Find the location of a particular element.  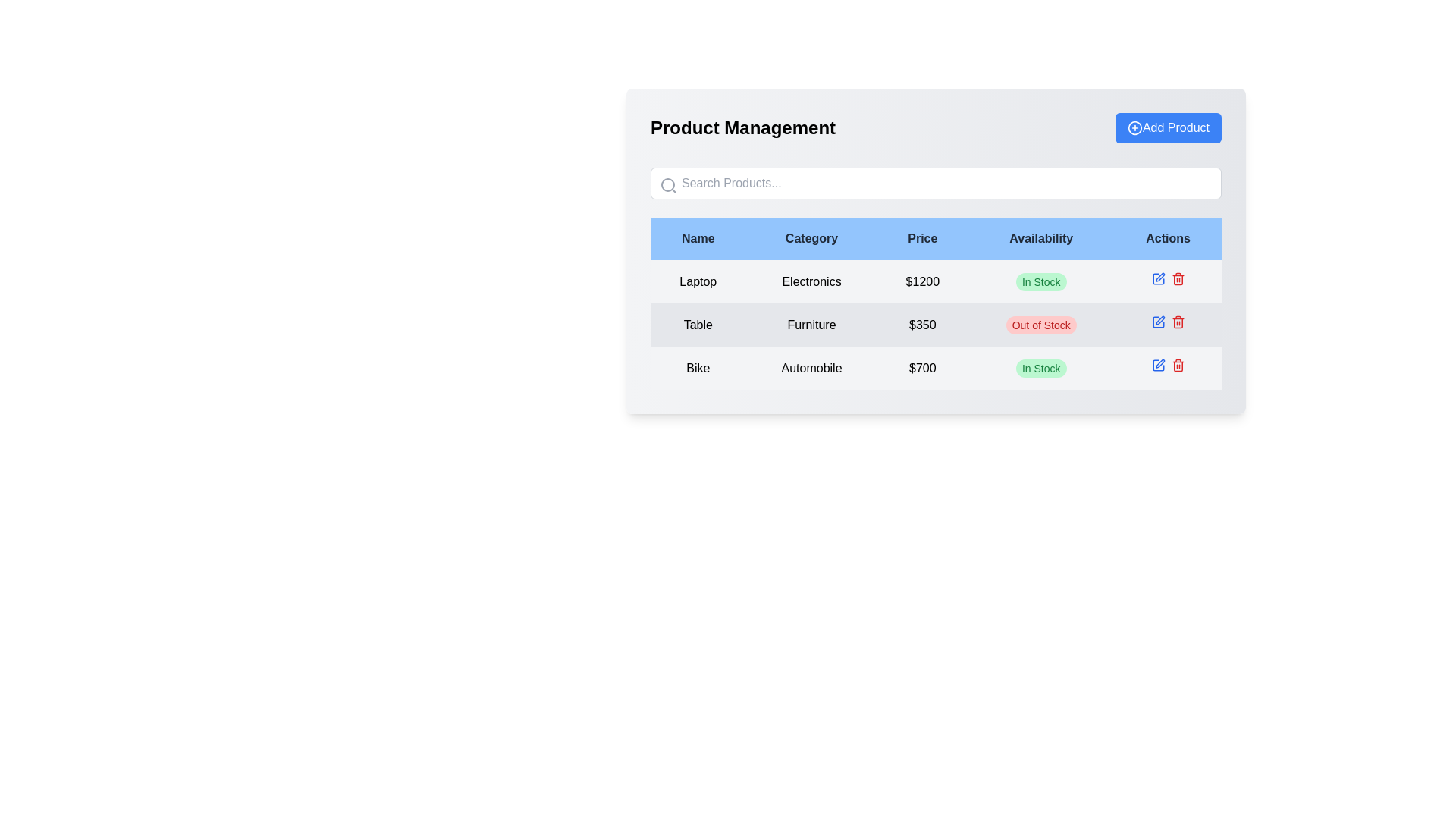

the static text label displaying 'Furniture' in black font, which is located in the second column under the 'Category' heading and to the right of the 'Table' label is located at coordinates (811, 324).